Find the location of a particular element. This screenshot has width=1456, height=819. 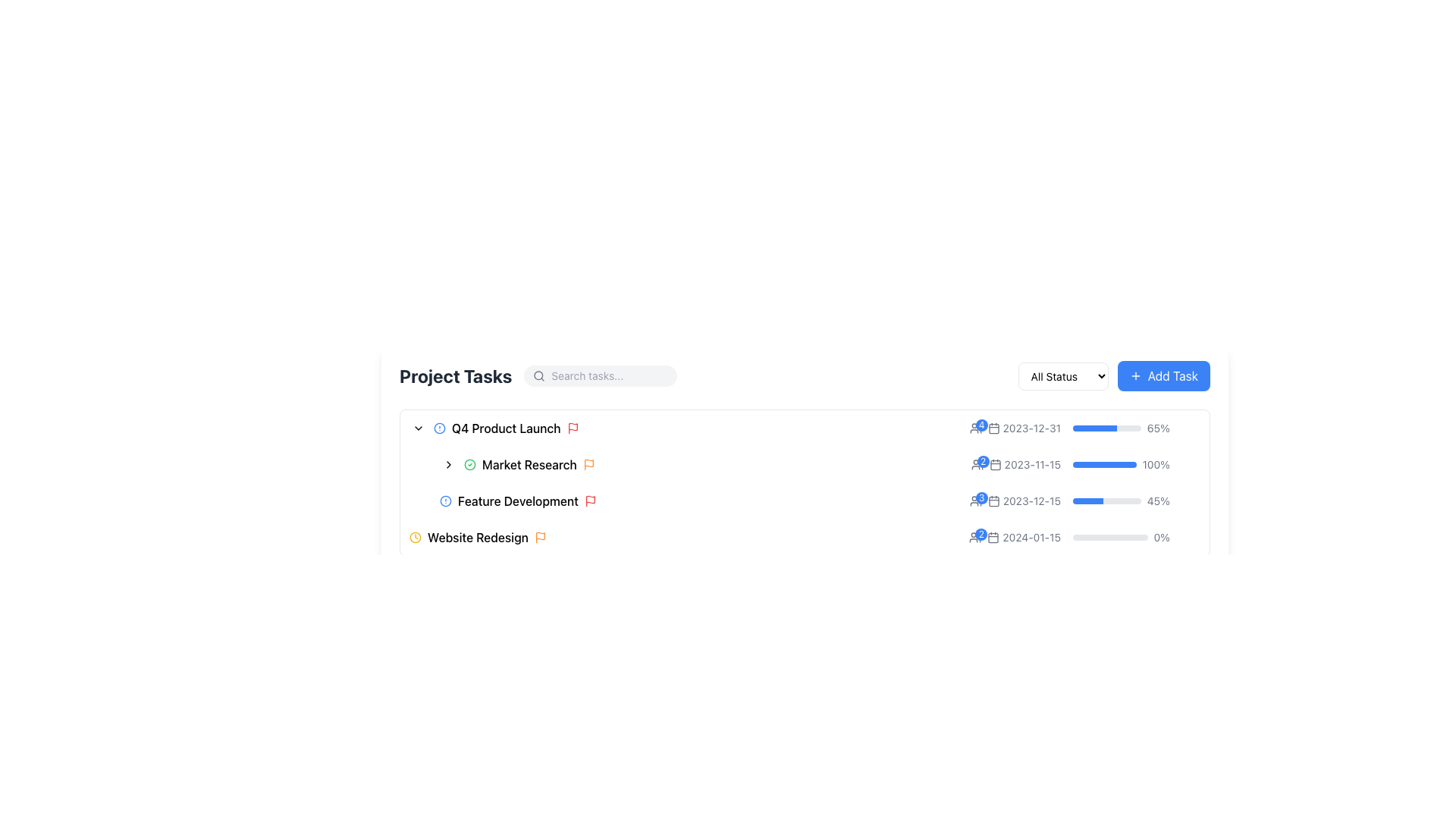

the progress bar component indicating 100% completion in the 'Market Research' row under the 'Project Tasks' section is located at coordinates (1084, 464).